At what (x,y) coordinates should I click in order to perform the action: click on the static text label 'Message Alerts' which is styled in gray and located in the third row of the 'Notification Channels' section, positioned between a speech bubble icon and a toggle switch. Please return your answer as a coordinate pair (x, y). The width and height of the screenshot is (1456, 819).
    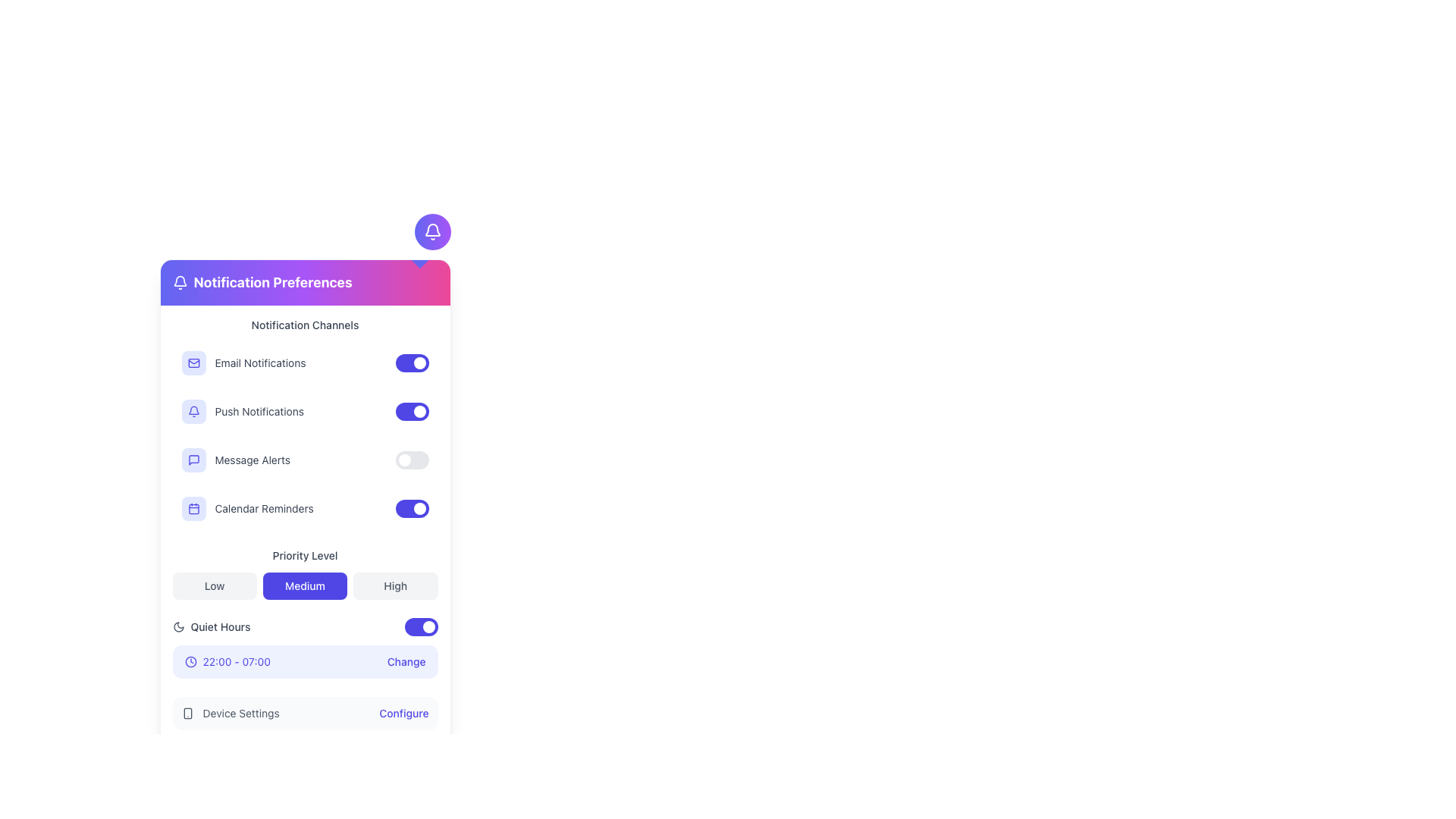
    Looking at the image, I should click on (253, 459).